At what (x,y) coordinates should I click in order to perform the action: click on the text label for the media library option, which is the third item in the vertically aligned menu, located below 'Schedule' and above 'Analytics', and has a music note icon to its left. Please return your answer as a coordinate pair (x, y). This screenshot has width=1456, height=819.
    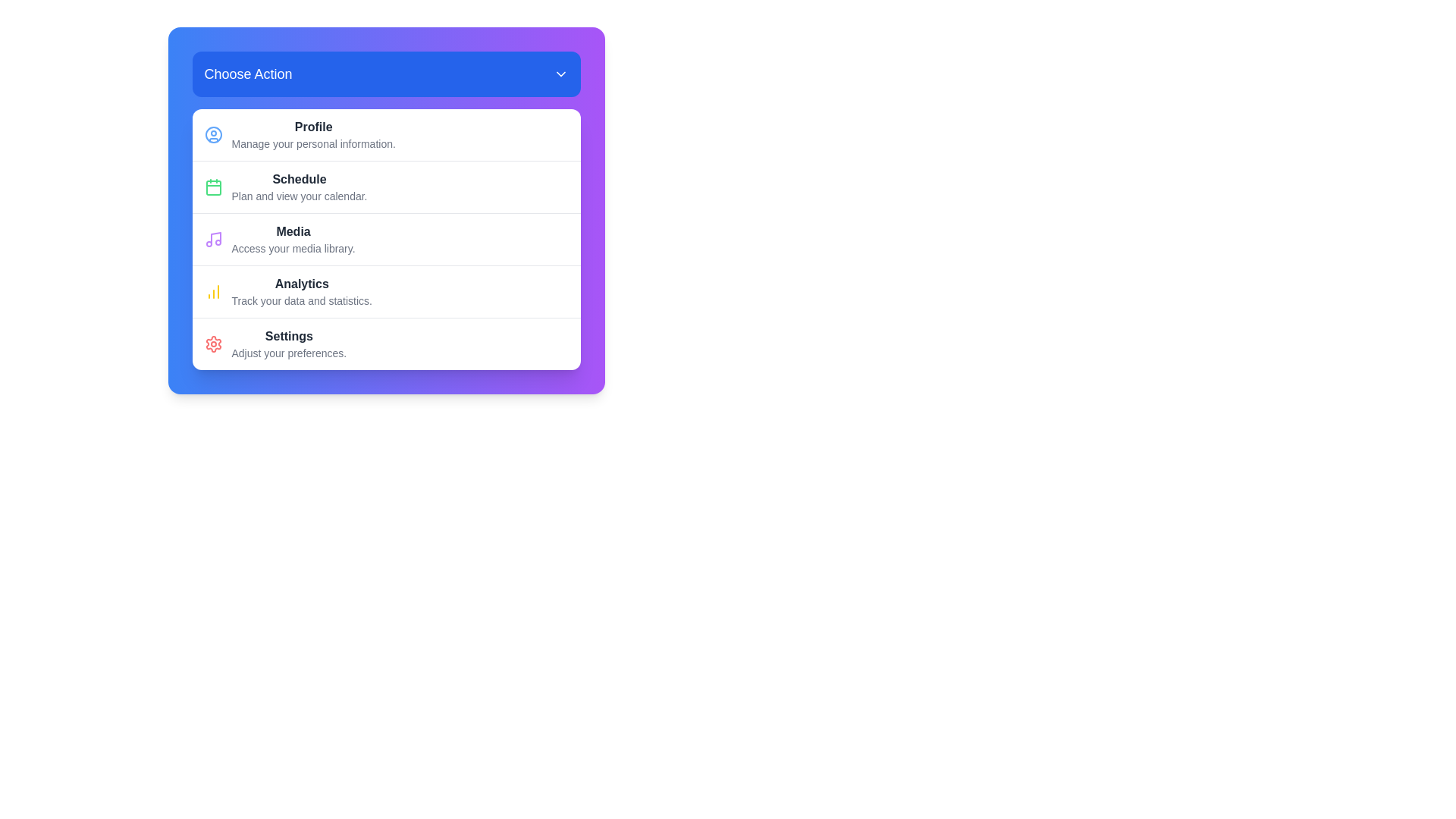
    Looking at the image, I should click on (293, 239).